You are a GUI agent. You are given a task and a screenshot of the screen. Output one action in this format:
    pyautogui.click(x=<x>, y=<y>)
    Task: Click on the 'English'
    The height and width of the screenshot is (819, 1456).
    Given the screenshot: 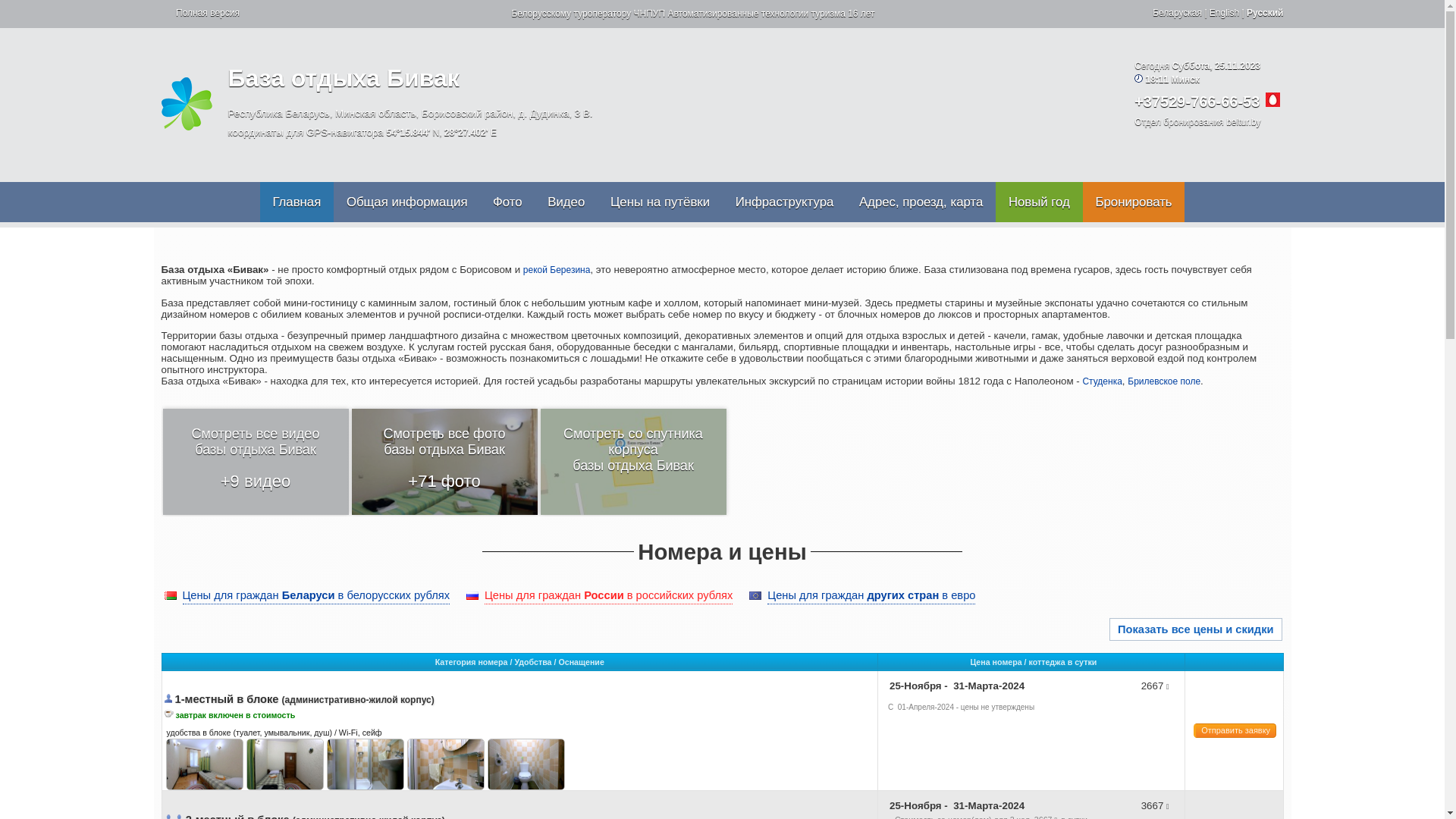 What is the action you would take?
    pyautogui.click(x=1208, y=12)
    